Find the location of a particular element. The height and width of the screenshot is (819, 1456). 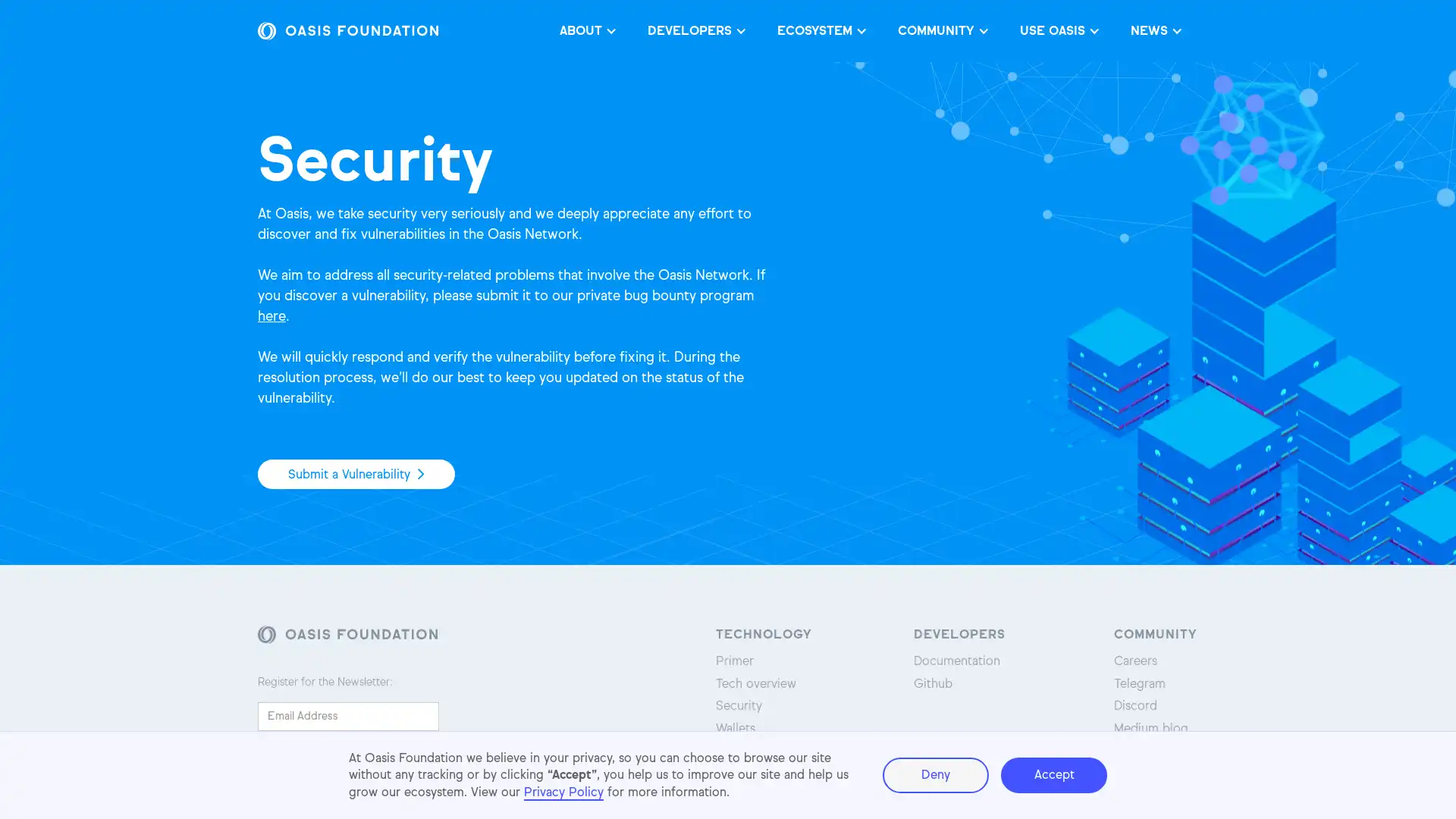

Submit is located at coordinates (300, 751).